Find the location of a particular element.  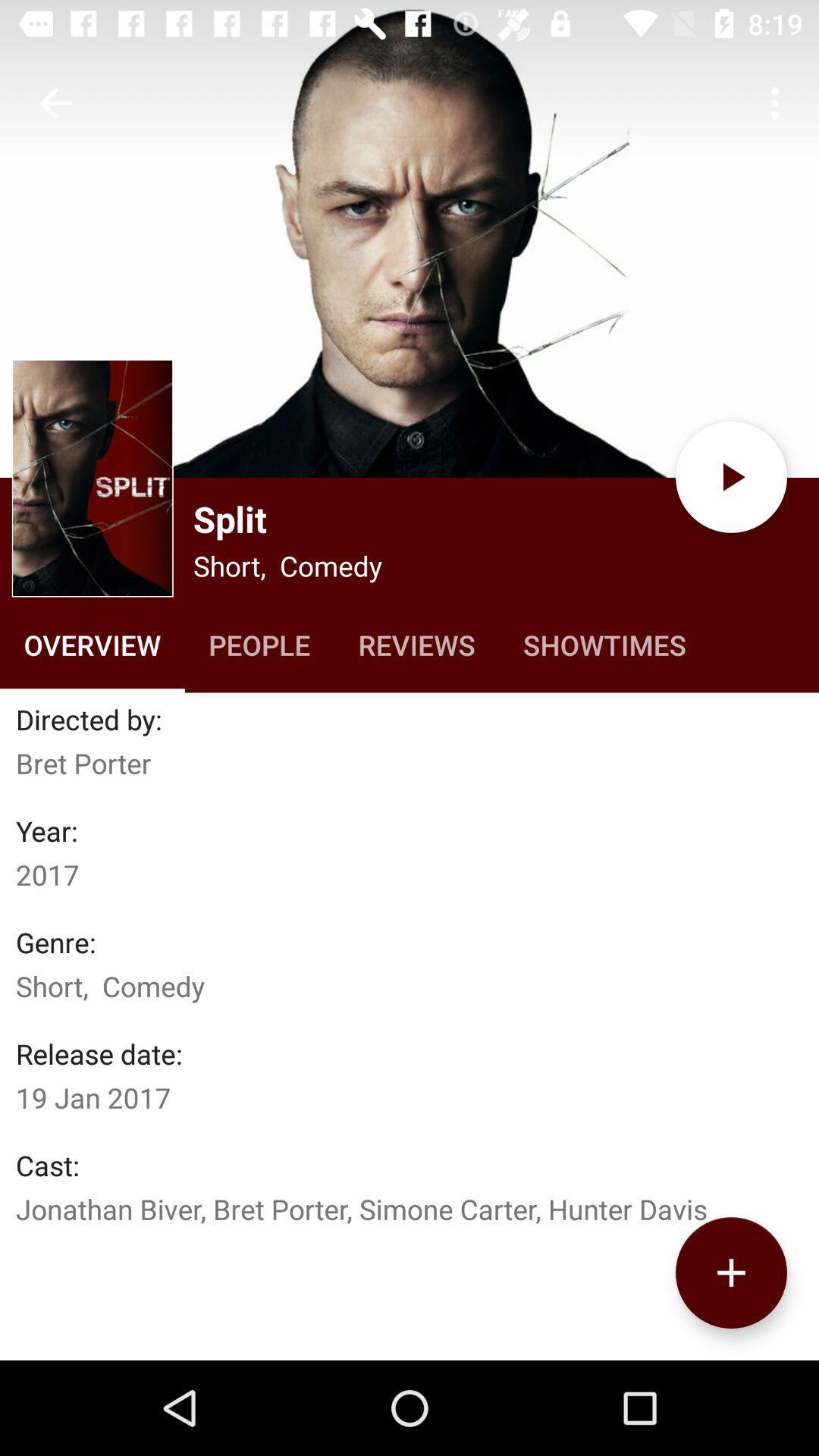

image is located at coordinates (409, 238).